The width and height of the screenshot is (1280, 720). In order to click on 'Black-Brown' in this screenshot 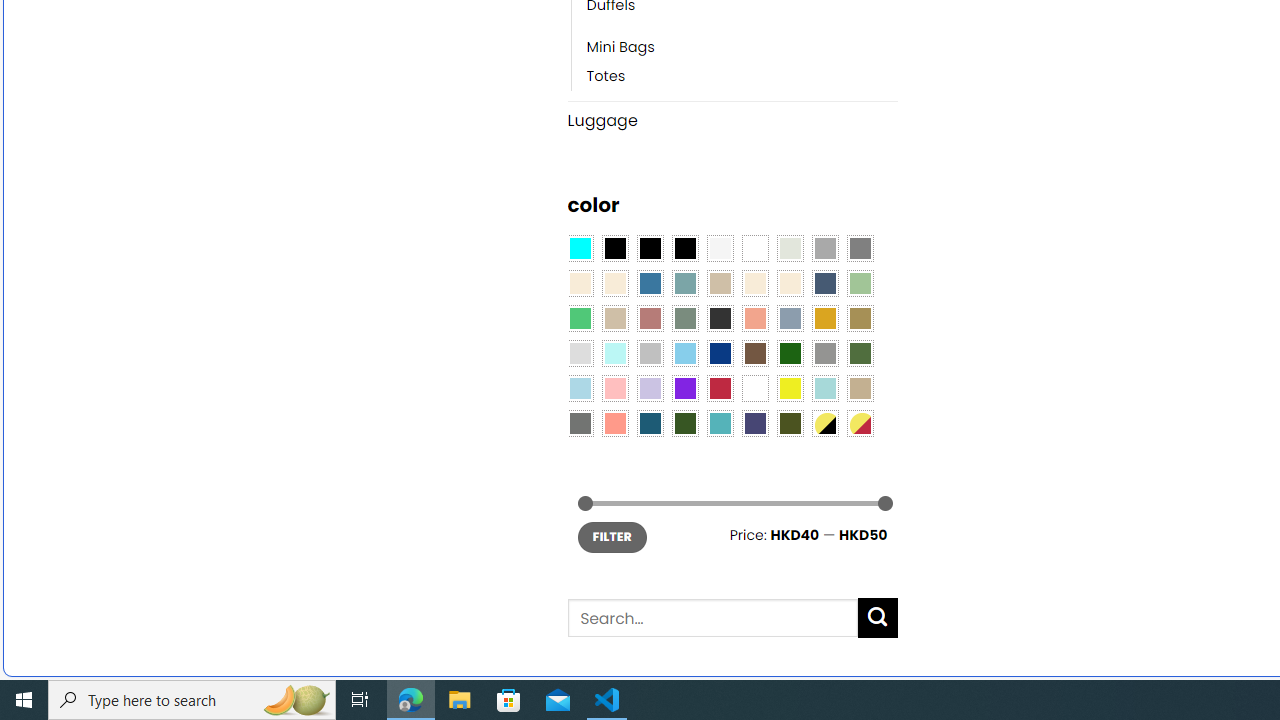, I will do `click(684, 248)`.